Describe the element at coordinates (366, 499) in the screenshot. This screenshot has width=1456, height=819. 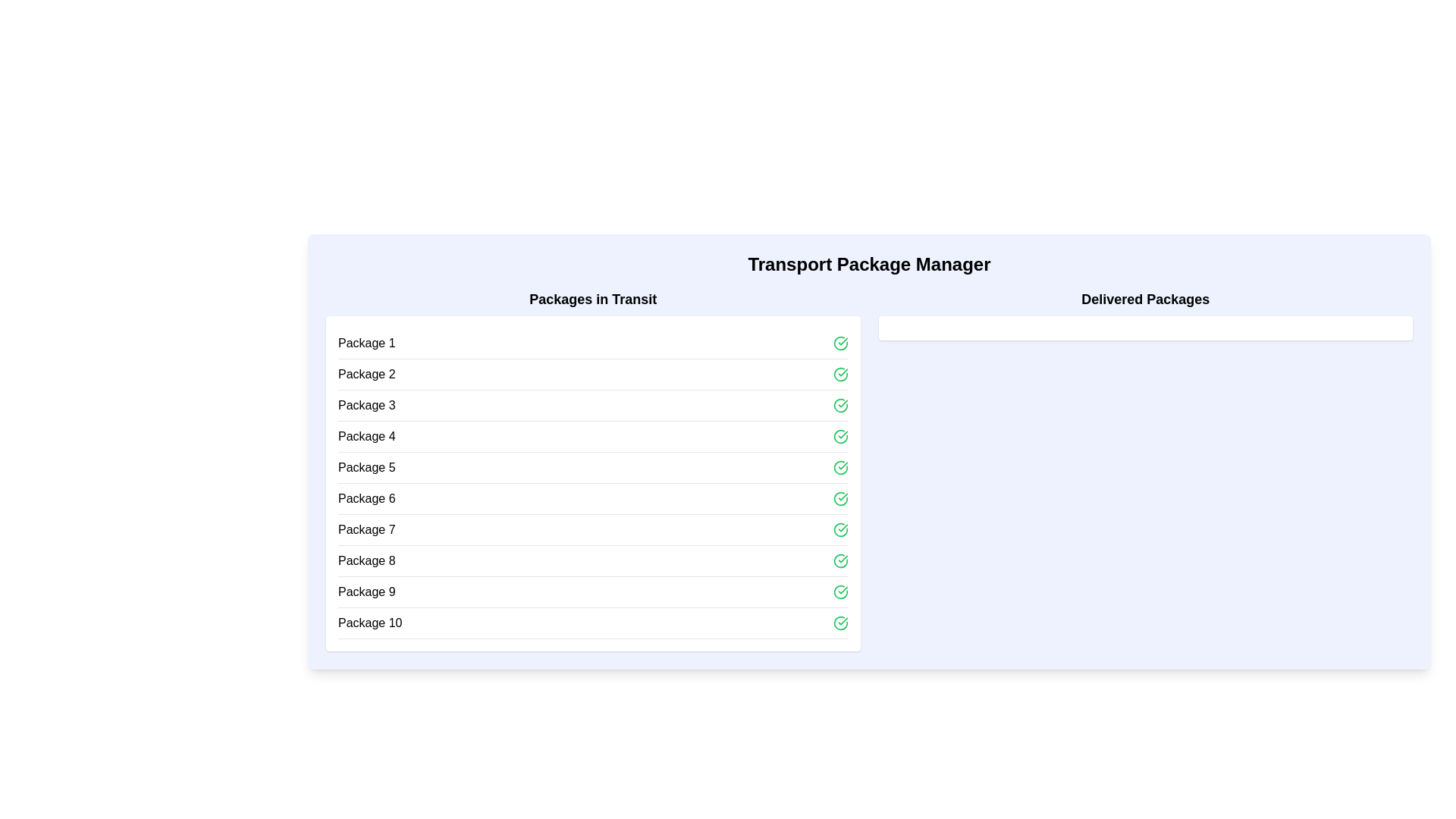
I see `the information of the text label displaying 'Package 6', which is the sixth item in the list under the header 'Packages in Transit'` at that location.